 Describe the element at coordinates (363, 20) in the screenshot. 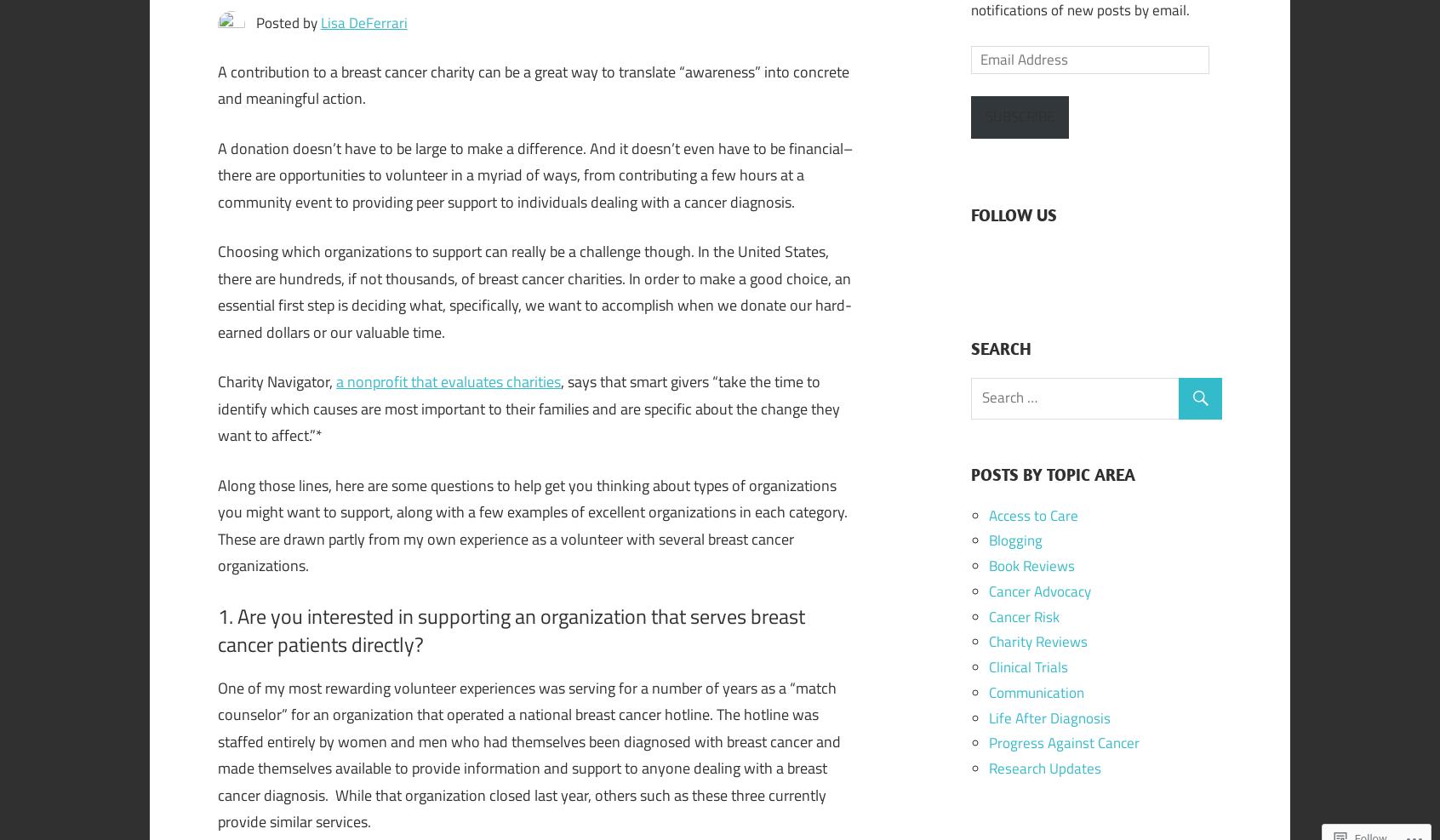

I see `'Lisa DeFerrari'` at that location.